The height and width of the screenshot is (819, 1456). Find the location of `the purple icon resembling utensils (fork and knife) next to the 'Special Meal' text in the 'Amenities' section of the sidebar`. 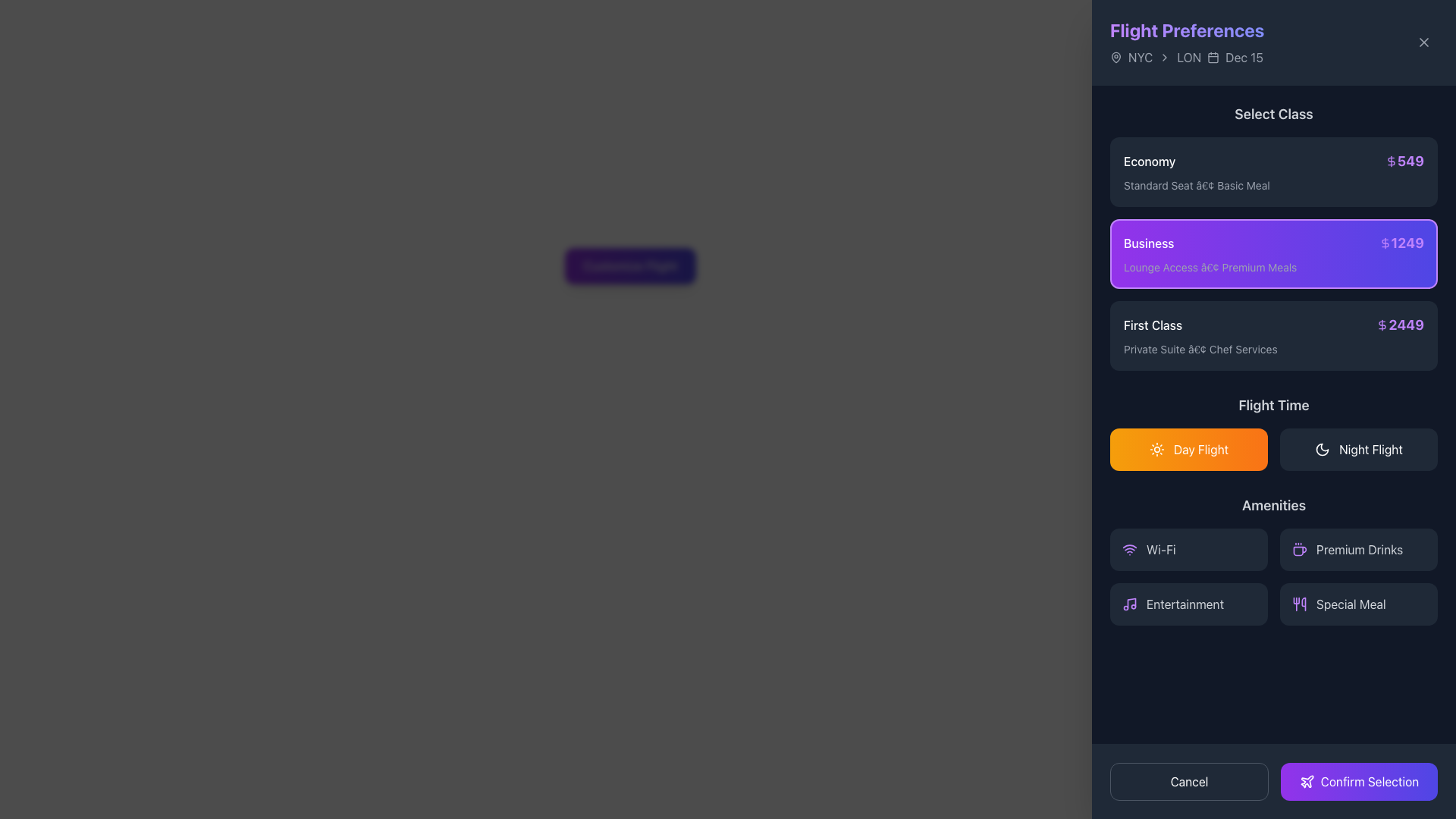

the purple icon resembling utensils (fork and knife) next to the 'Special Meal' text in the 'Amenities' section of the sidebar is located at coordinates (1298, 604).